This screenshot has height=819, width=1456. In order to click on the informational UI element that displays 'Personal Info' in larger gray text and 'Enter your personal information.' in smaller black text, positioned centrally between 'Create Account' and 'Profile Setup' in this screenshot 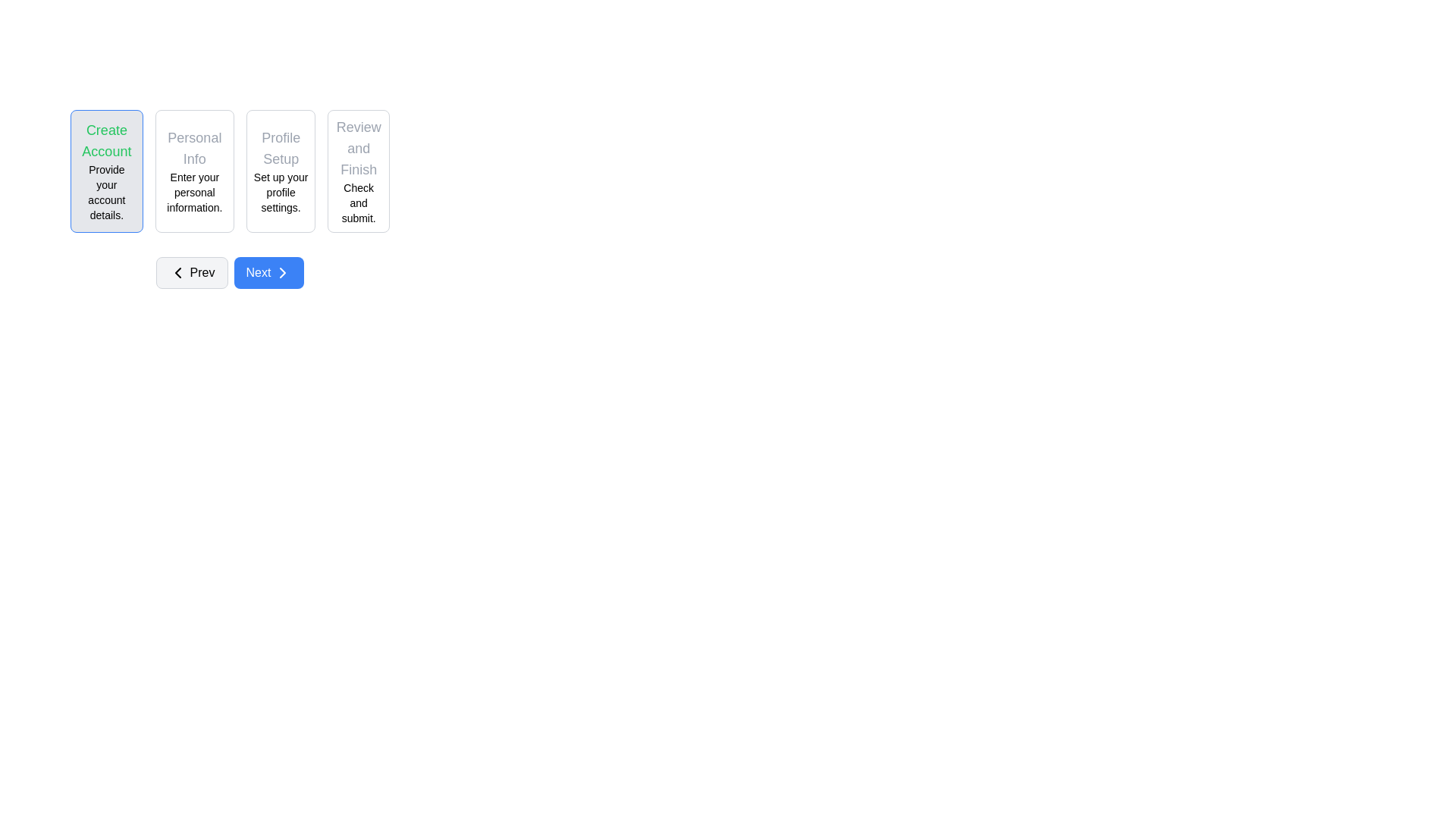, I will do `click(193, 171)`.